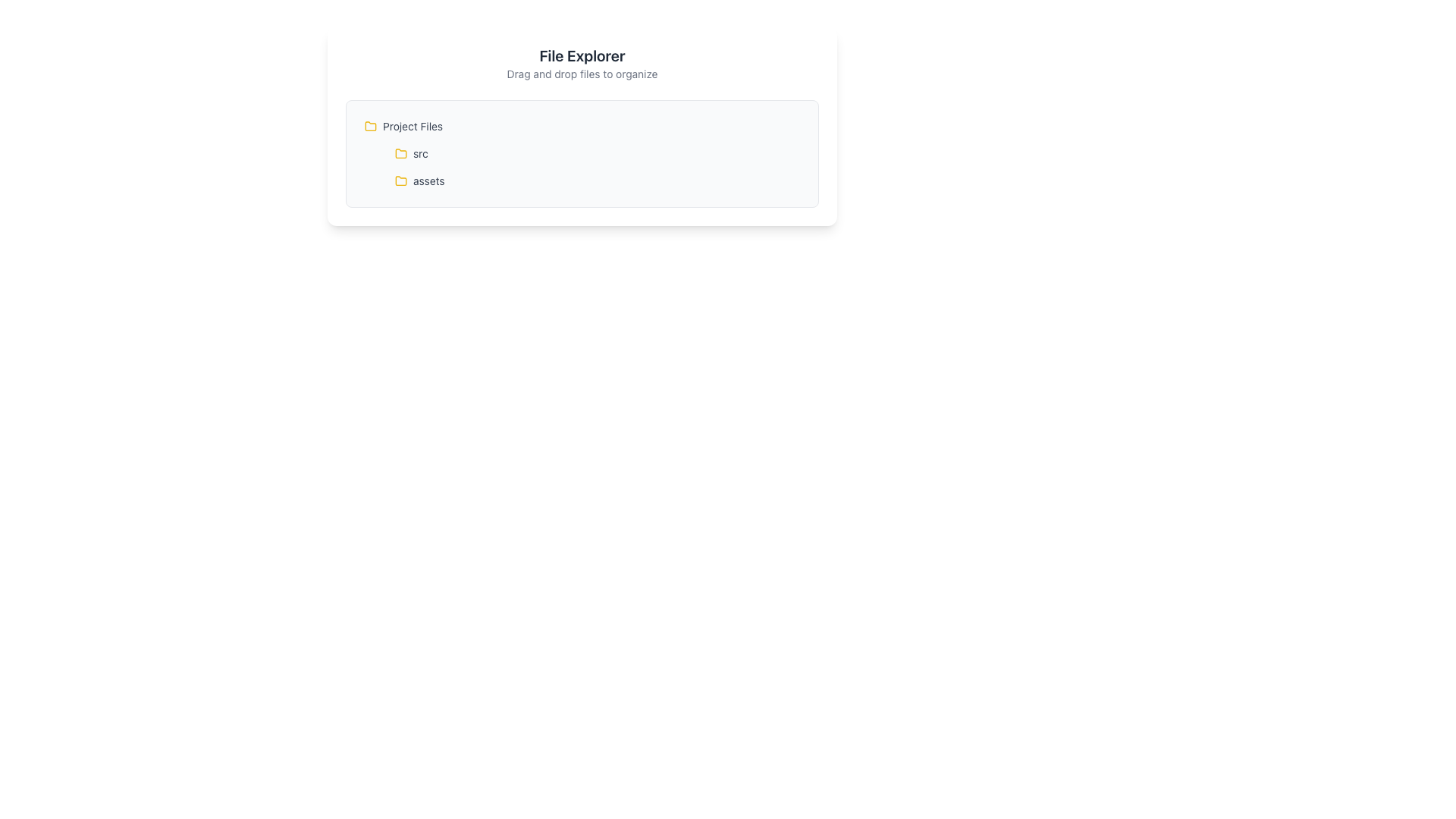 Image resolution: width=1456 pixels, height=819 pixels. Describe the element at coordinates (413, 125) in the screenshot. I see `the 'Project Files' text label located within the 'File Explorer' interface, which is positioned next to a folder icon` at that location.